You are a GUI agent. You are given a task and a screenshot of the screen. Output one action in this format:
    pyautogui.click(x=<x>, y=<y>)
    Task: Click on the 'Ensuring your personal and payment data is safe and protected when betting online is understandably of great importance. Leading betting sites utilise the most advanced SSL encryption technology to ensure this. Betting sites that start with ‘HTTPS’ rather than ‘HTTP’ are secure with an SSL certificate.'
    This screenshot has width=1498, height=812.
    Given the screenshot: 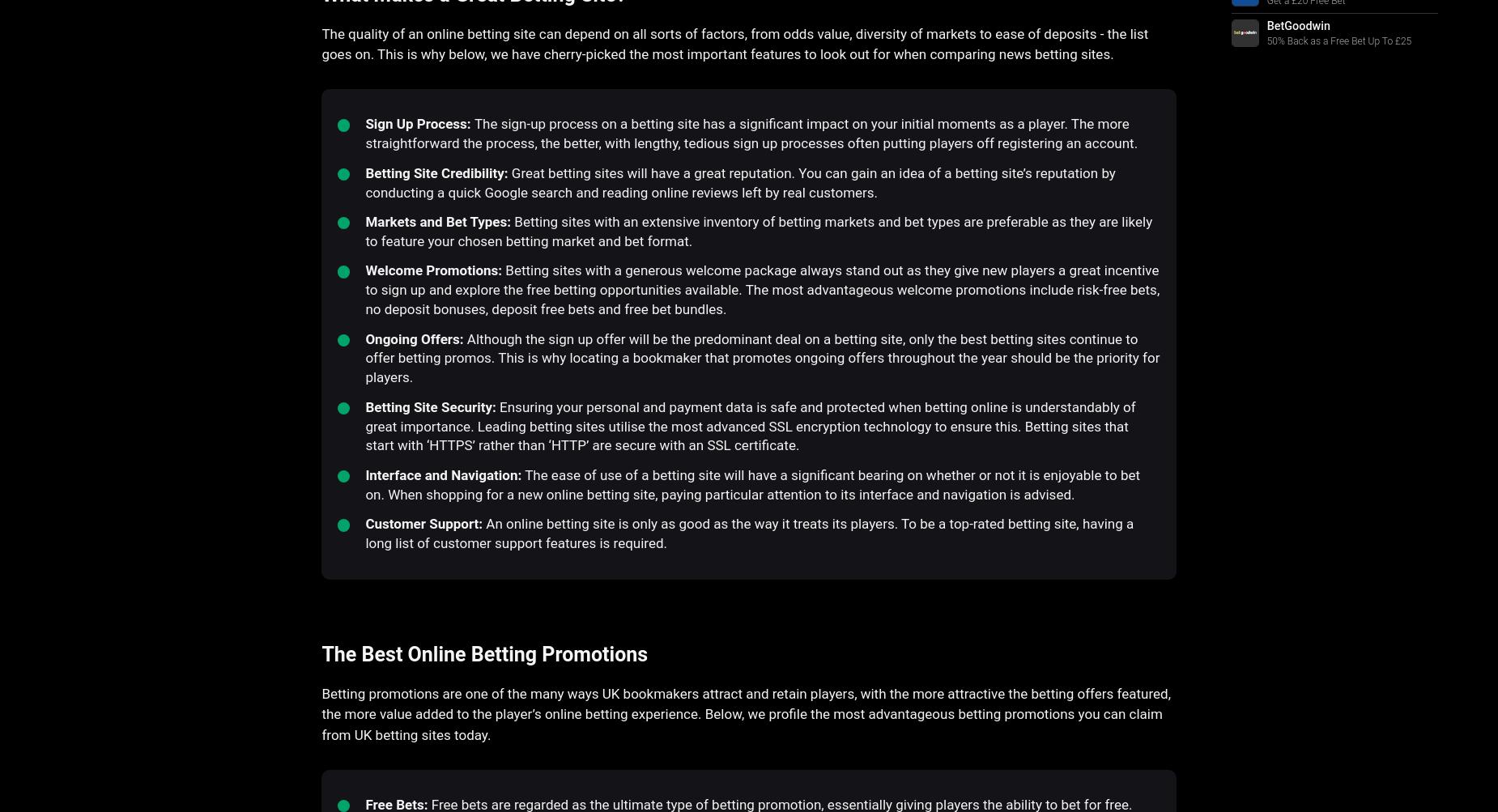 What is the action you would take?
    pyautogui.click(x=749, y=424)
    